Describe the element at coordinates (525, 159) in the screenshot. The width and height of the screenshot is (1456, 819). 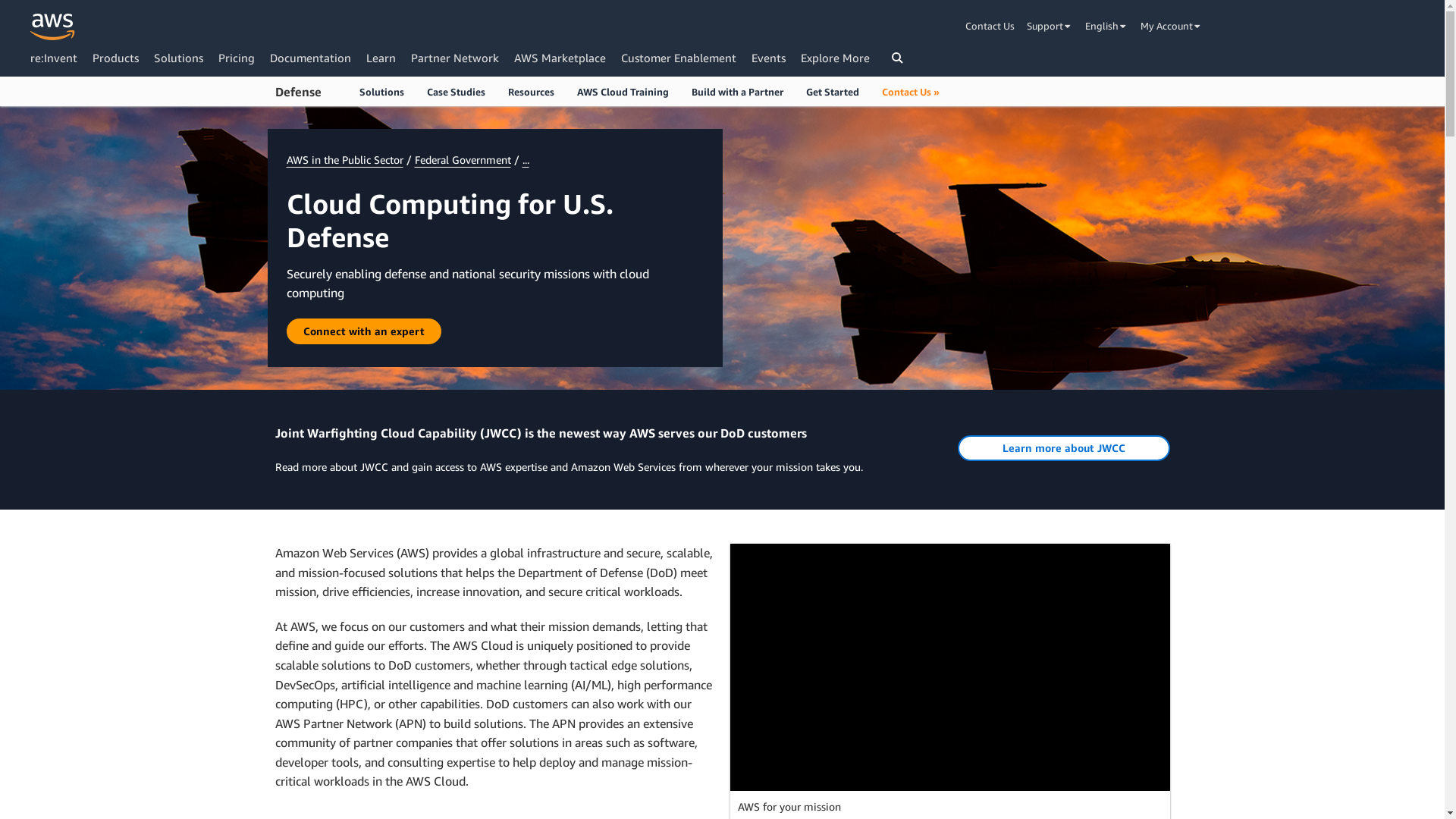
I see `'...'` at that location.